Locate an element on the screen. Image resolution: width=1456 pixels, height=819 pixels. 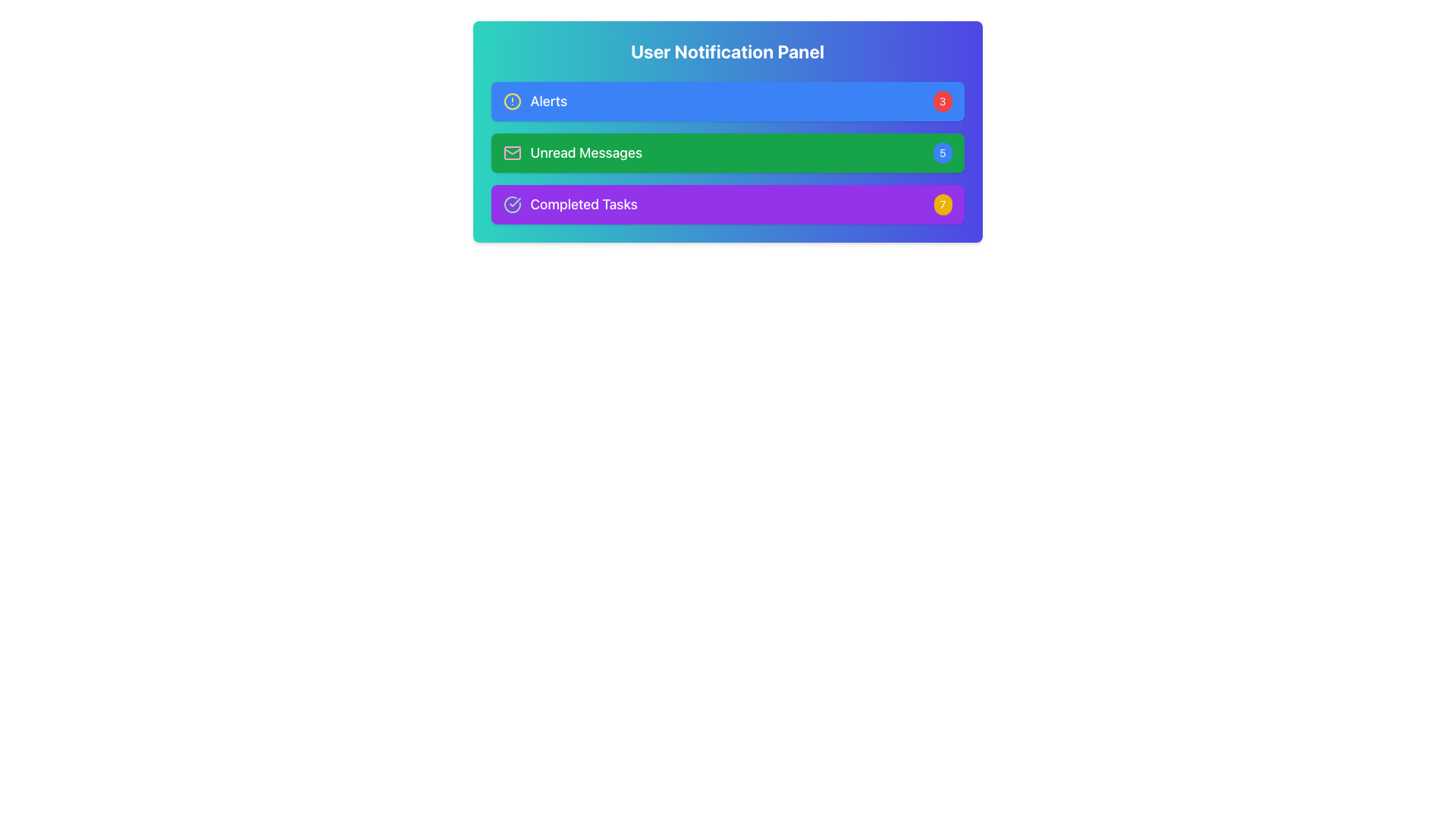
the Notification summary card located in the User Notification Panel is located at coordinates (726, 152).